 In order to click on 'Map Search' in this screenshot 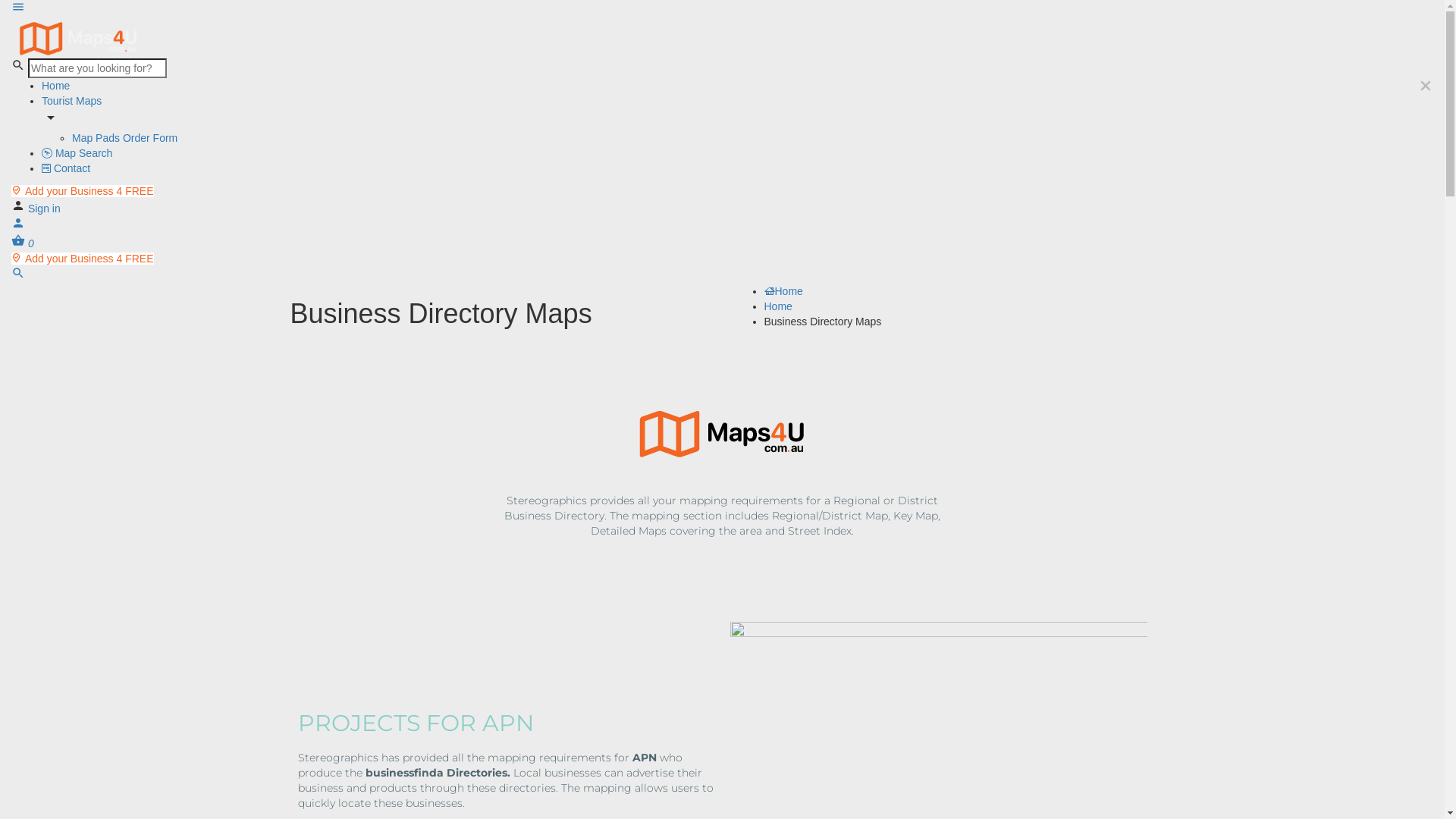, I will do `click(76, 152)`.